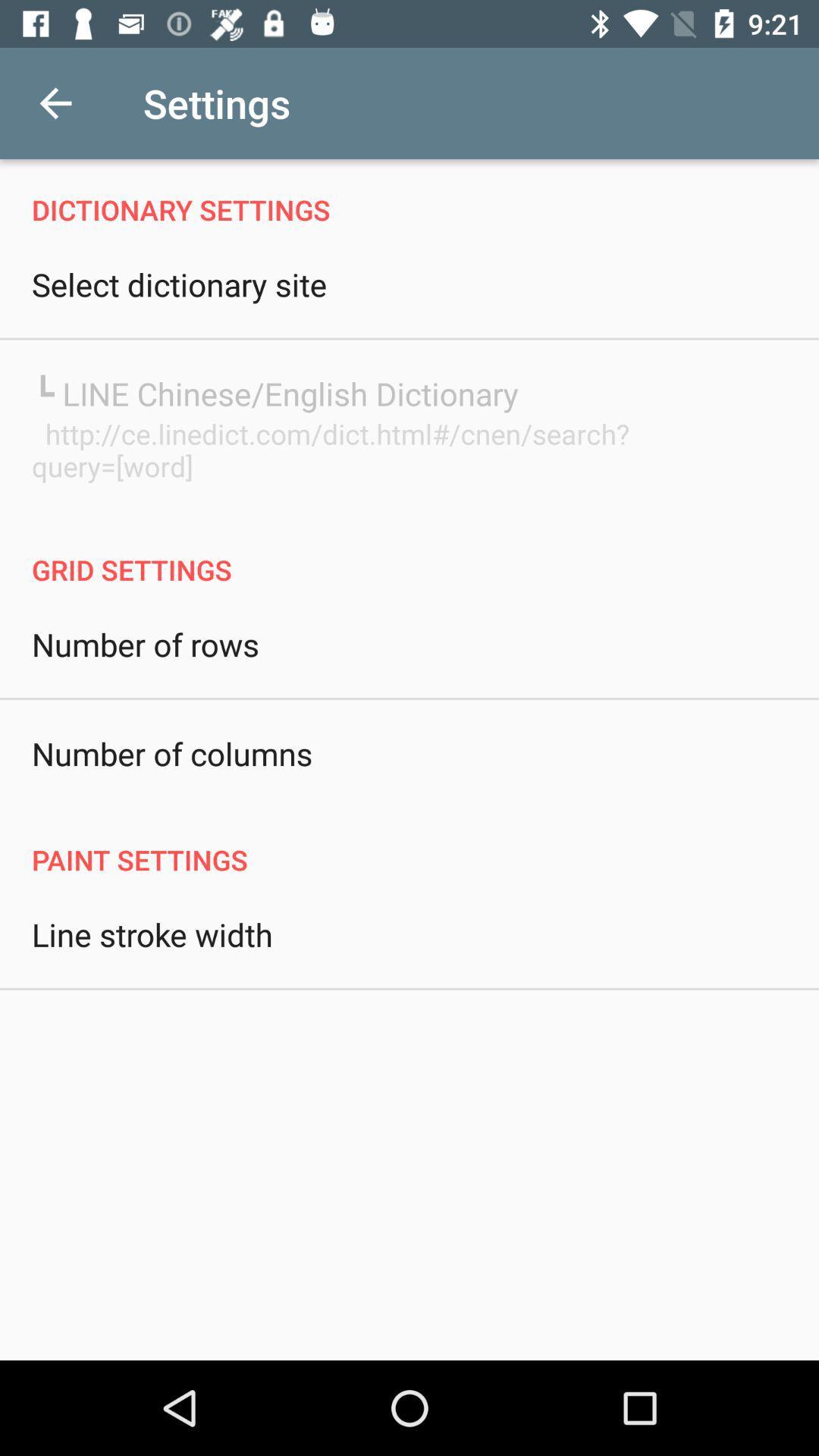  What do you see at coordinates (55, 102) in the screenshot?
I see `the icon next to settings` at bounding box center [55, 102].